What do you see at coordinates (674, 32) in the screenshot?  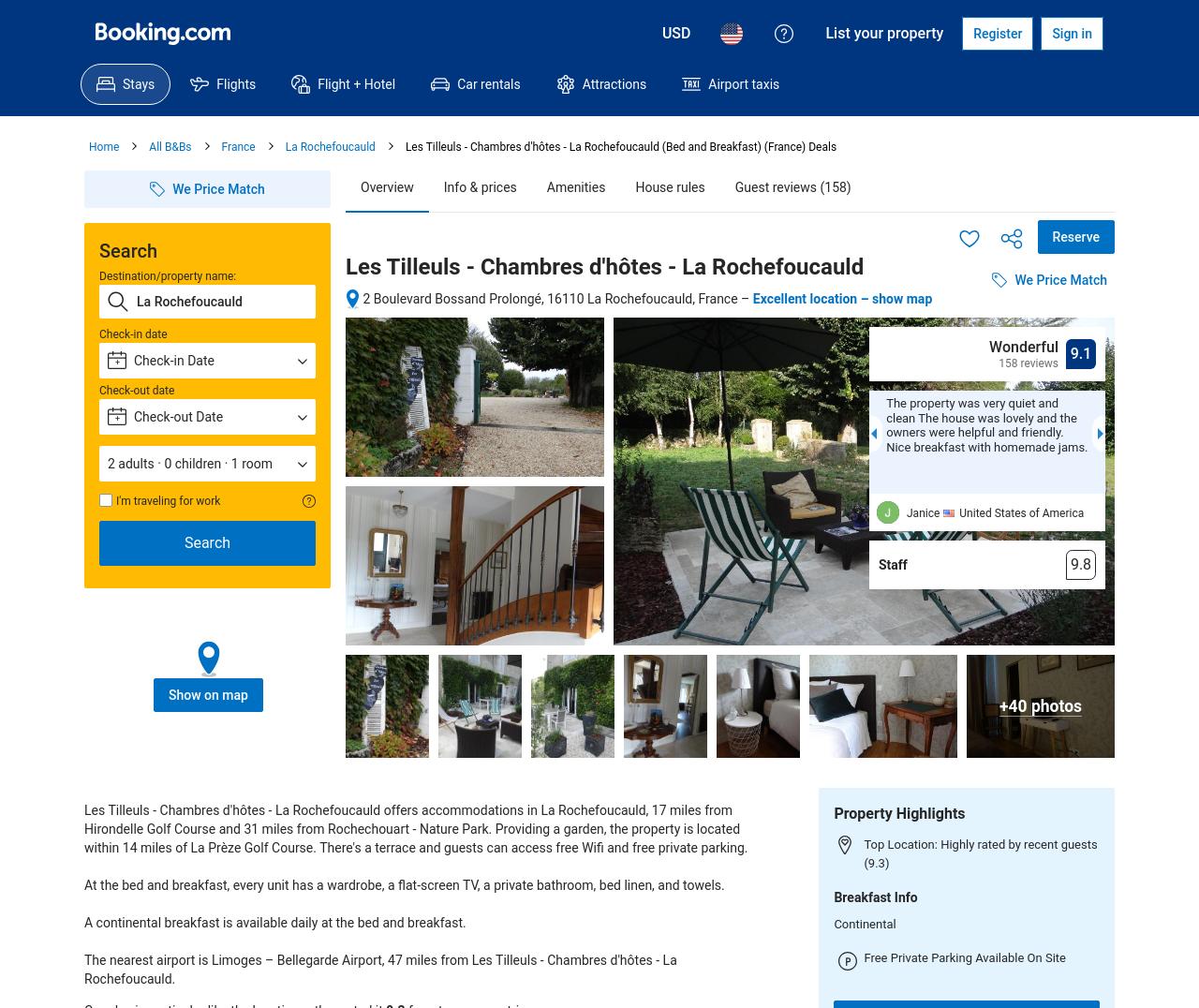 I see `'USD'` at bounding box center [674, 32].